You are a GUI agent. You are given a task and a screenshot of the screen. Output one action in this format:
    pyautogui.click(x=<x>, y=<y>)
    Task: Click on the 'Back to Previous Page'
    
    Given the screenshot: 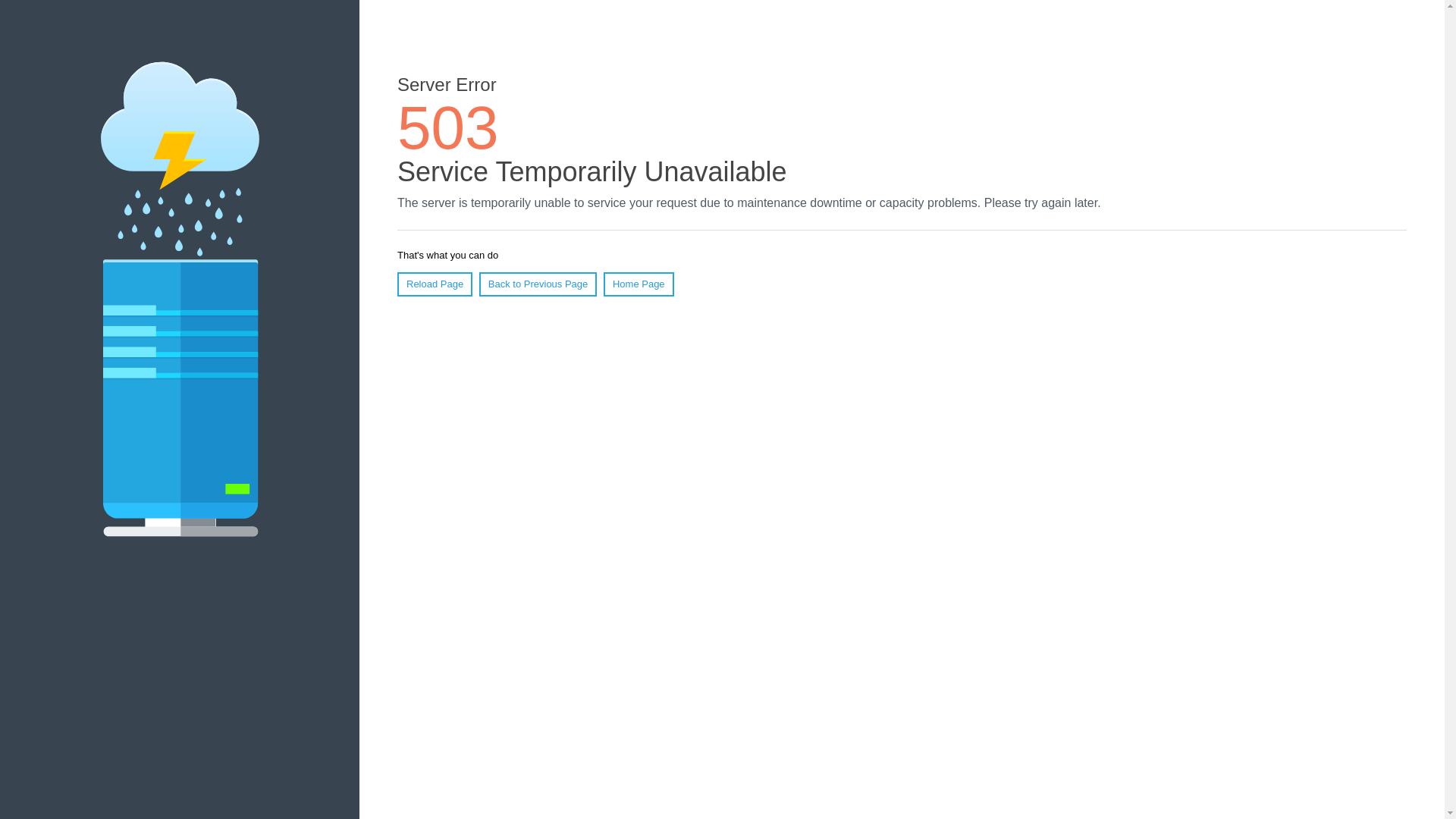 What is the action you would take?
    pyautogui.click(x=479, y=284)
    